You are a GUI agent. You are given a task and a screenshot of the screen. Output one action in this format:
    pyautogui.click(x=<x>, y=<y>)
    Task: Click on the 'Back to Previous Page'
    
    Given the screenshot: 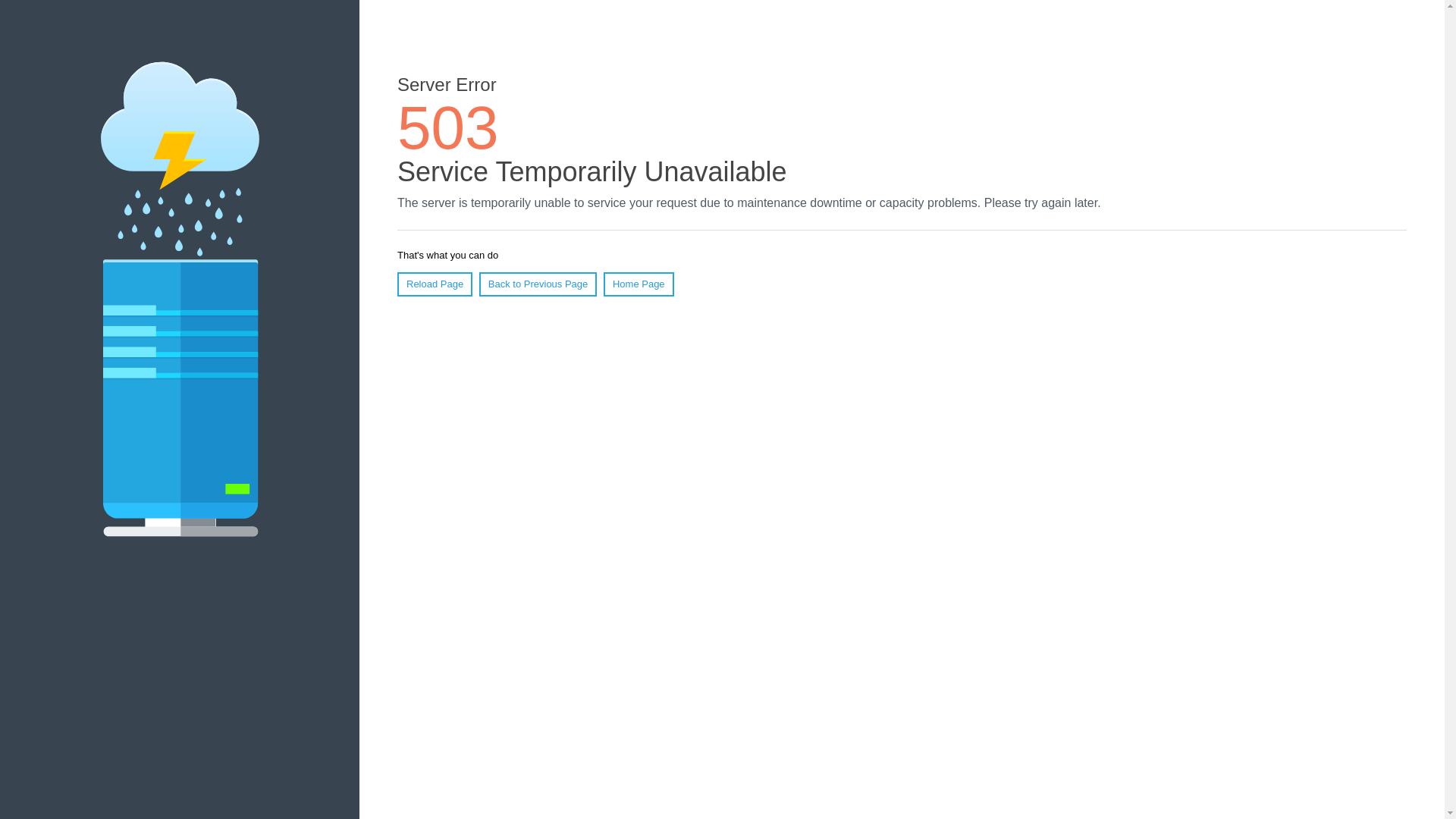 What is the action you would take?
    pyautogui.click(x=479, y=284)
    